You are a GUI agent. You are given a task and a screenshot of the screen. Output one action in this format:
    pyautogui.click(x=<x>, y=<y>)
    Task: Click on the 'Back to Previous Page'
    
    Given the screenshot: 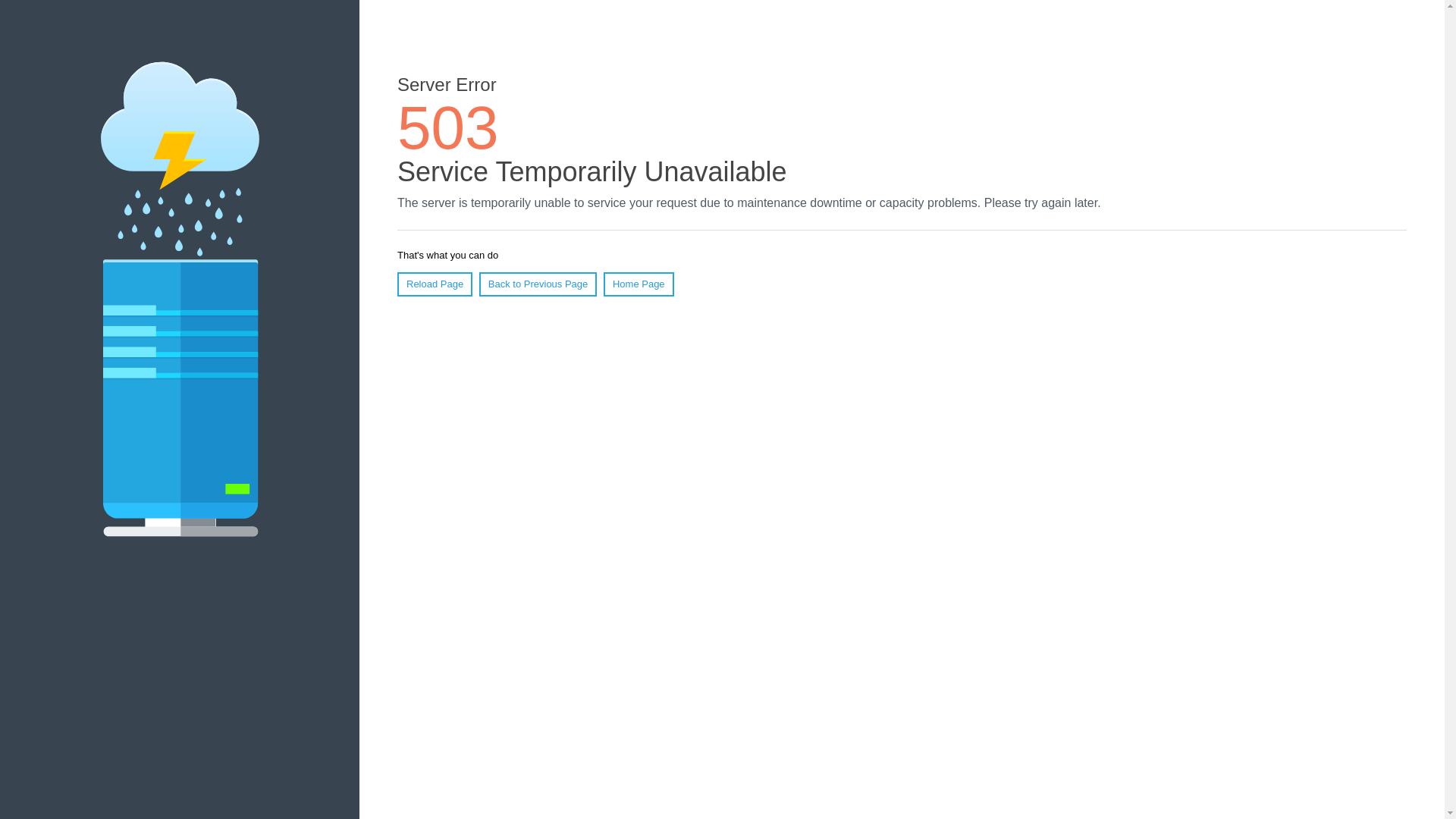 What is the action you would take?
    pyautogui.click(x=479, y=284)
    